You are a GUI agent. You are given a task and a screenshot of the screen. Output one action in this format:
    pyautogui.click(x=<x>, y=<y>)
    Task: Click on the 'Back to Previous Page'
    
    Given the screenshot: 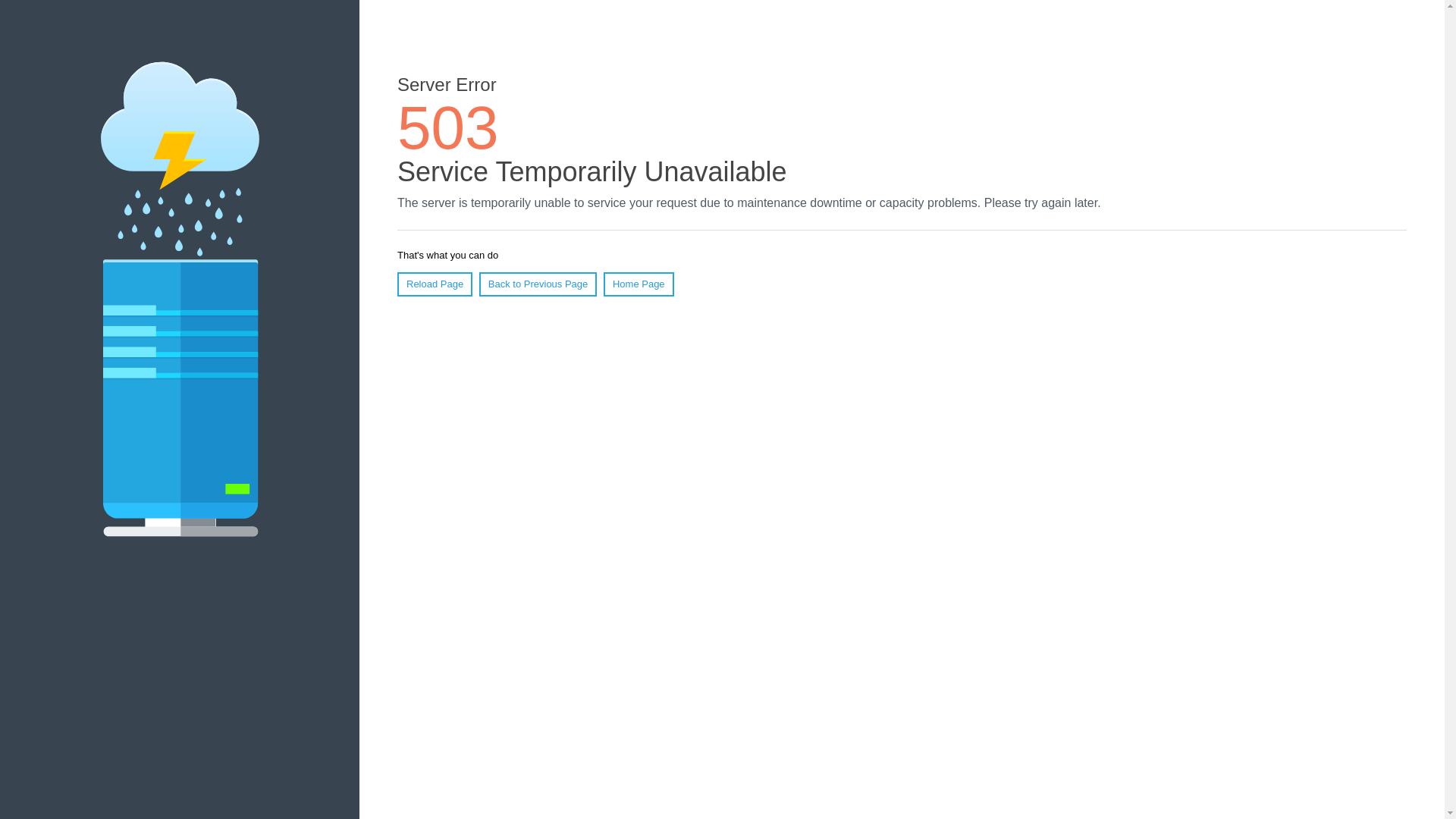 What is the action you would take?
    pyautogui.click(x=479, y=284)
    